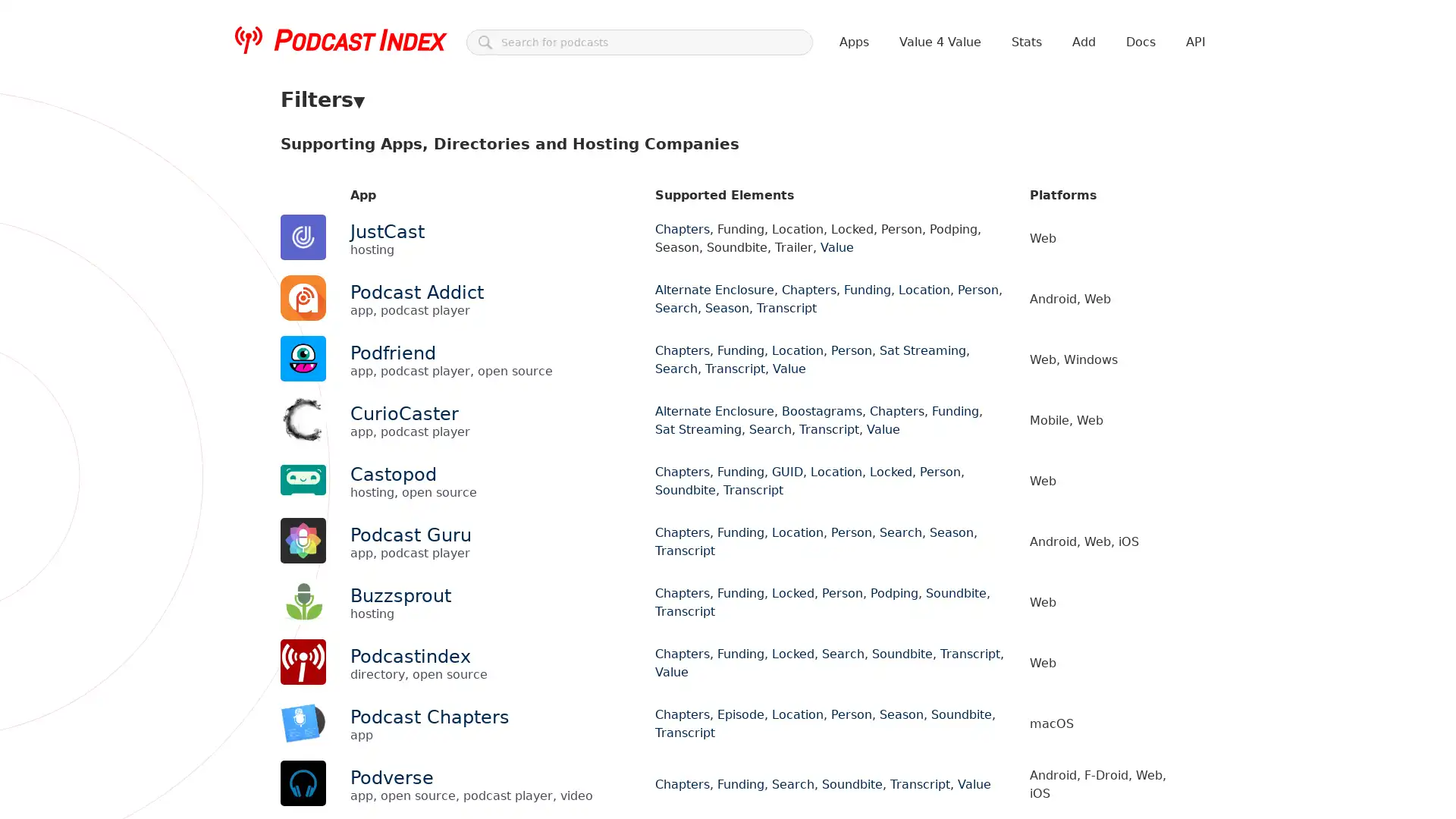 The width and height of the screenshot is (1456, 819). I want to click on App, so click(469, 311).